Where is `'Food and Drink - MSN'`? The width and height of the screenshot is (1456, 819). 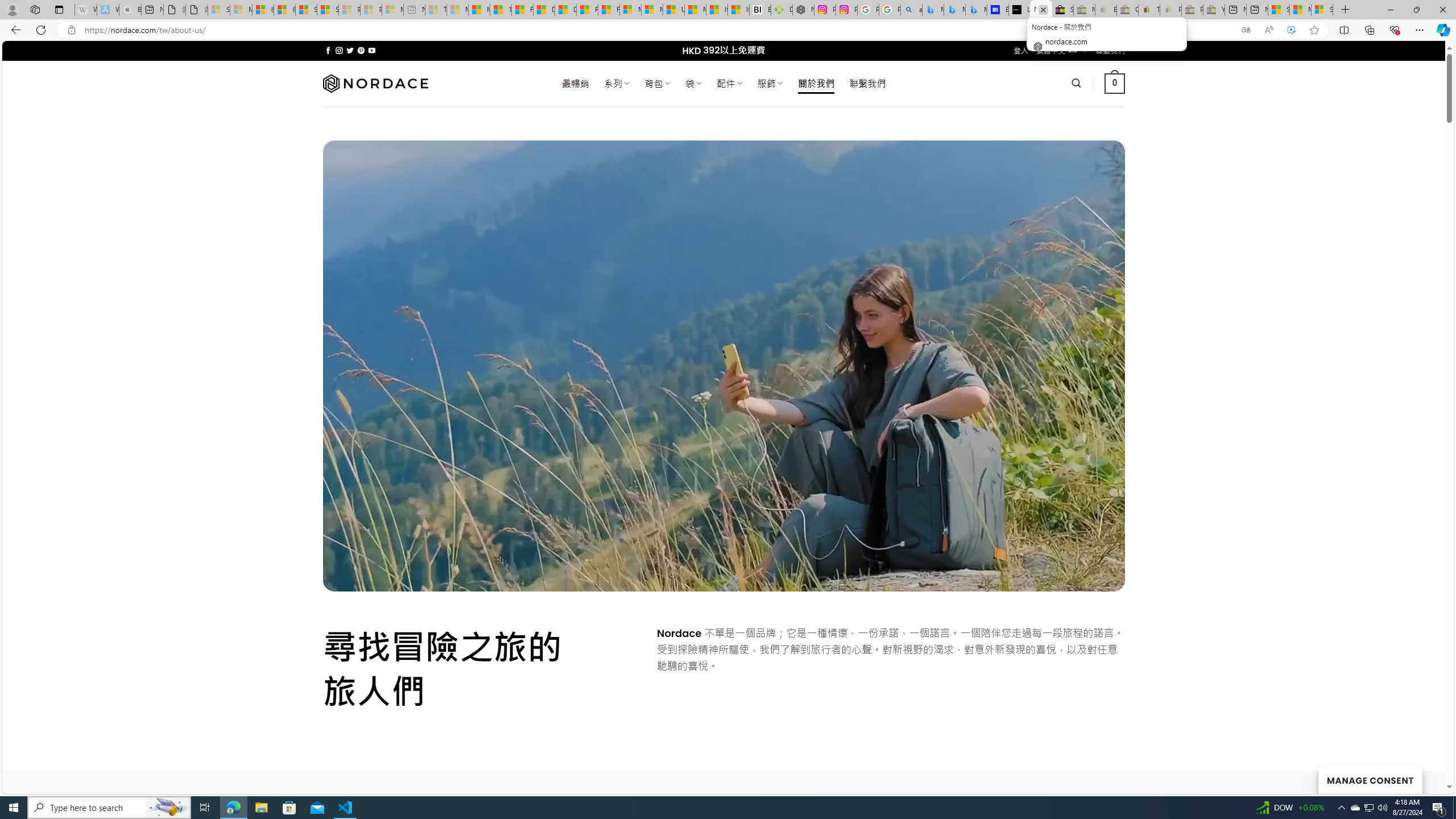
'Food and Drink - MSN' is located at coordinates (522, 9).